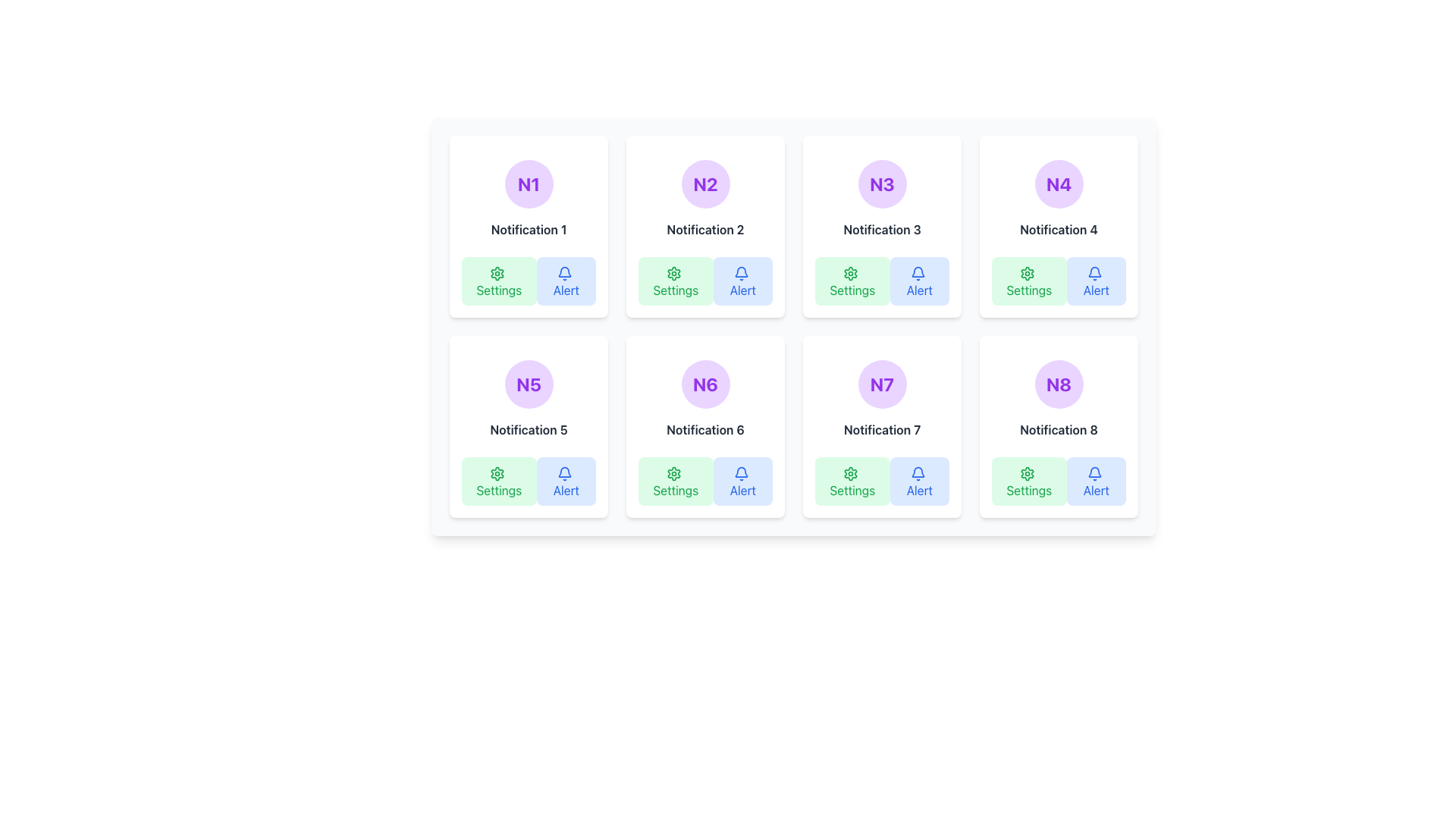 Image resolution: width=1456 pixels, height=819 pixels. What do you see at coordinates (1028, 273) in the screenshot?
I see `the cog-shaped settings icon located in the bottom-left corner of the 'Notification 4' card` at bounding box center [1028, 273].